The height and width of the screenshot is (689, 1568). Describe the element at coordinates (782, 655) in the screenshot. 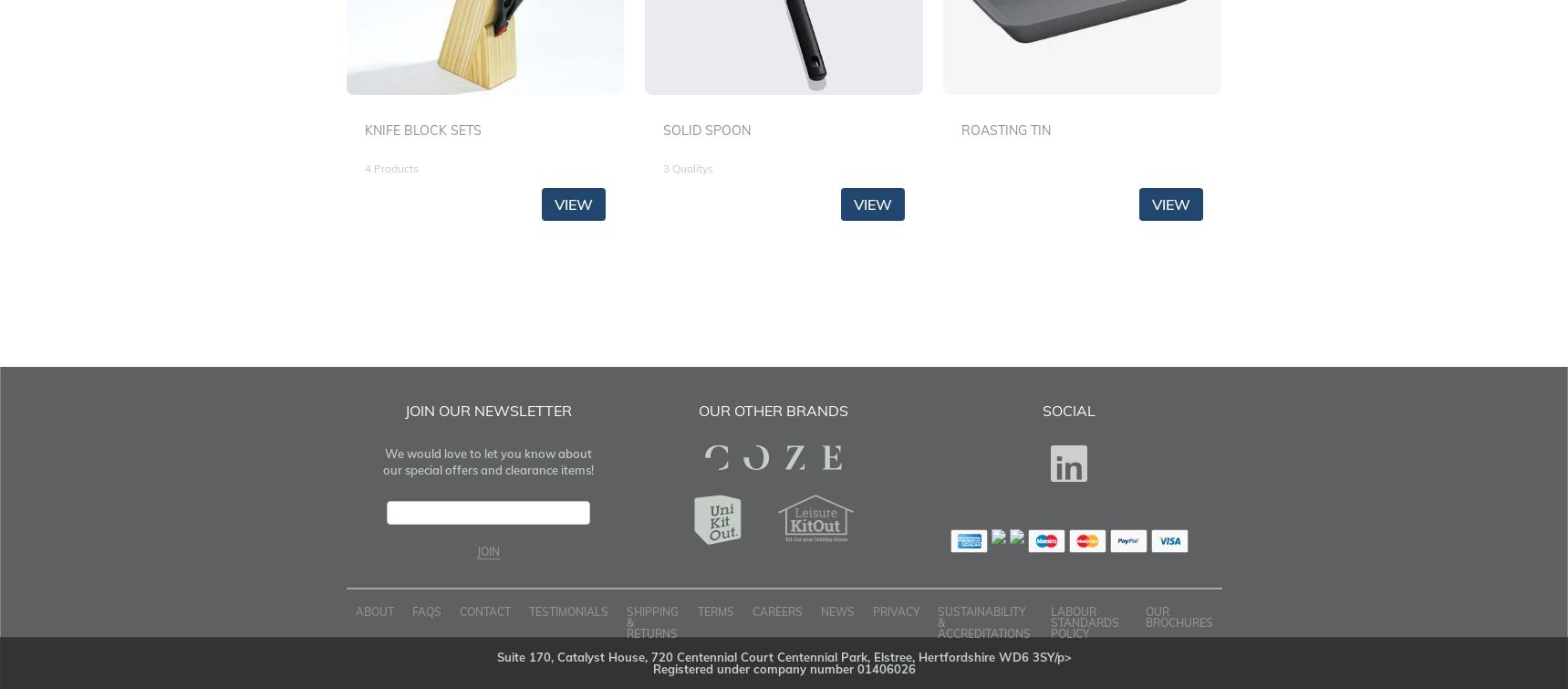

I see `'Suite 170, Catalyst House, 720 Centennial Court ​Centennial Park, Elstree, Hertfordshire WD6 3SY/p>'` at that location.